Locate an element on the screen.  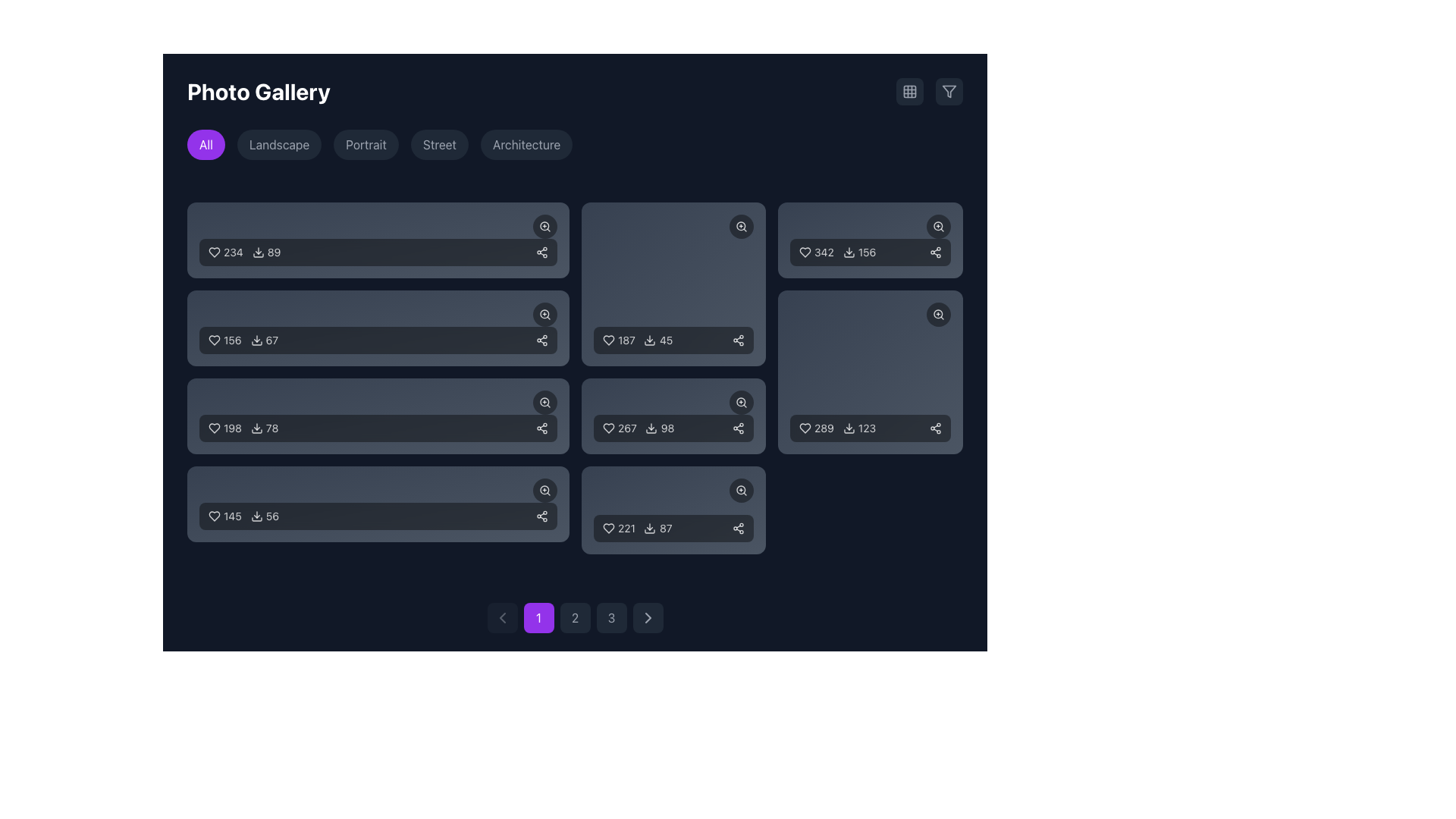
the download icon located in the third row of the gallery entry blocks, positioned to the left of the numerical text '78' and below '198', using keyboard controls is located at coordinates (256, 428).